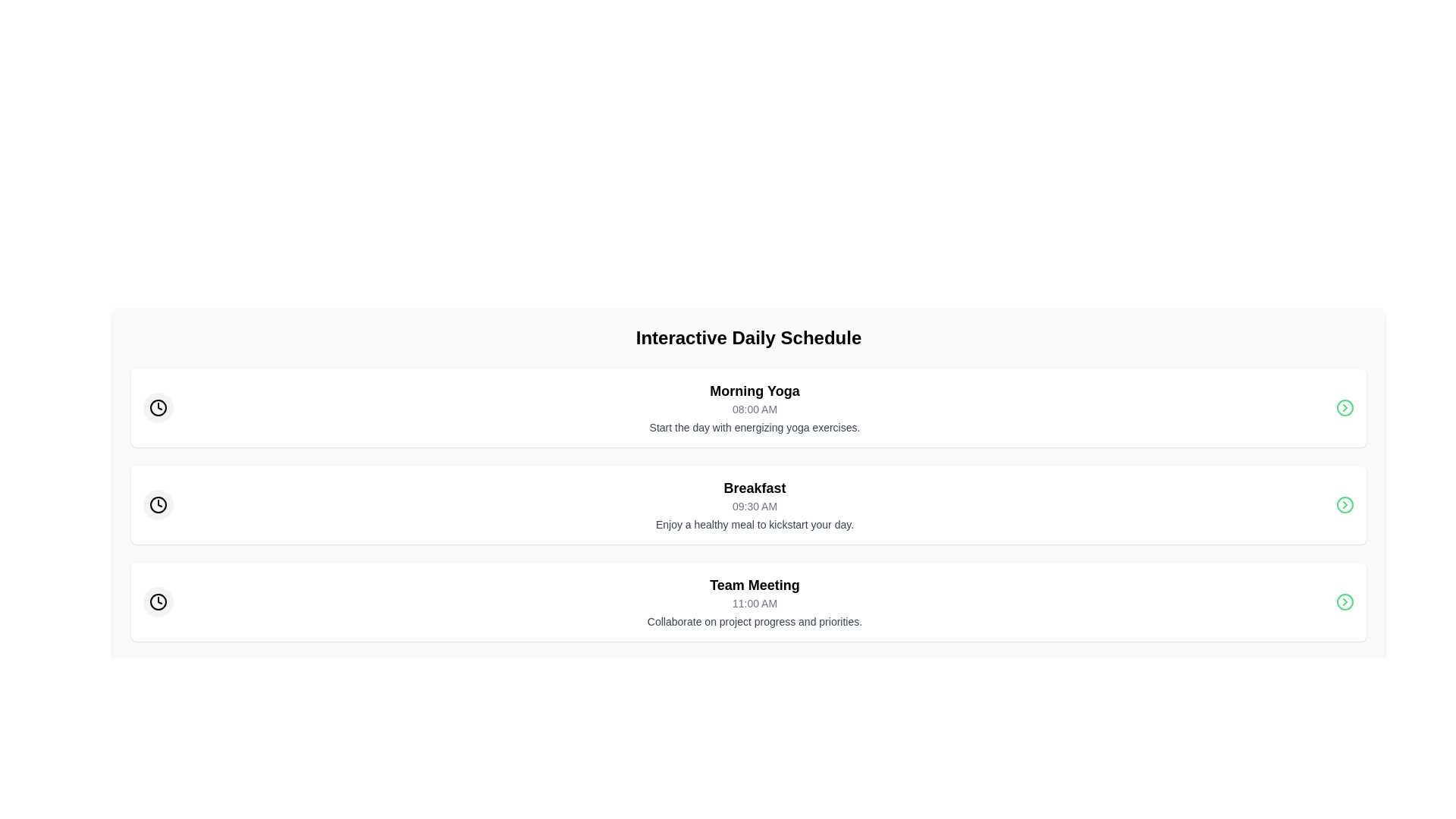 The image size is (1456, 819). What do you see at coordinates (158, 601) in the screenshot?
I see `the clock icon located in the 'Team Meeting' section, which visually represents time and is positioned in the far-left side of the third row` at bounding box center [158, 601].